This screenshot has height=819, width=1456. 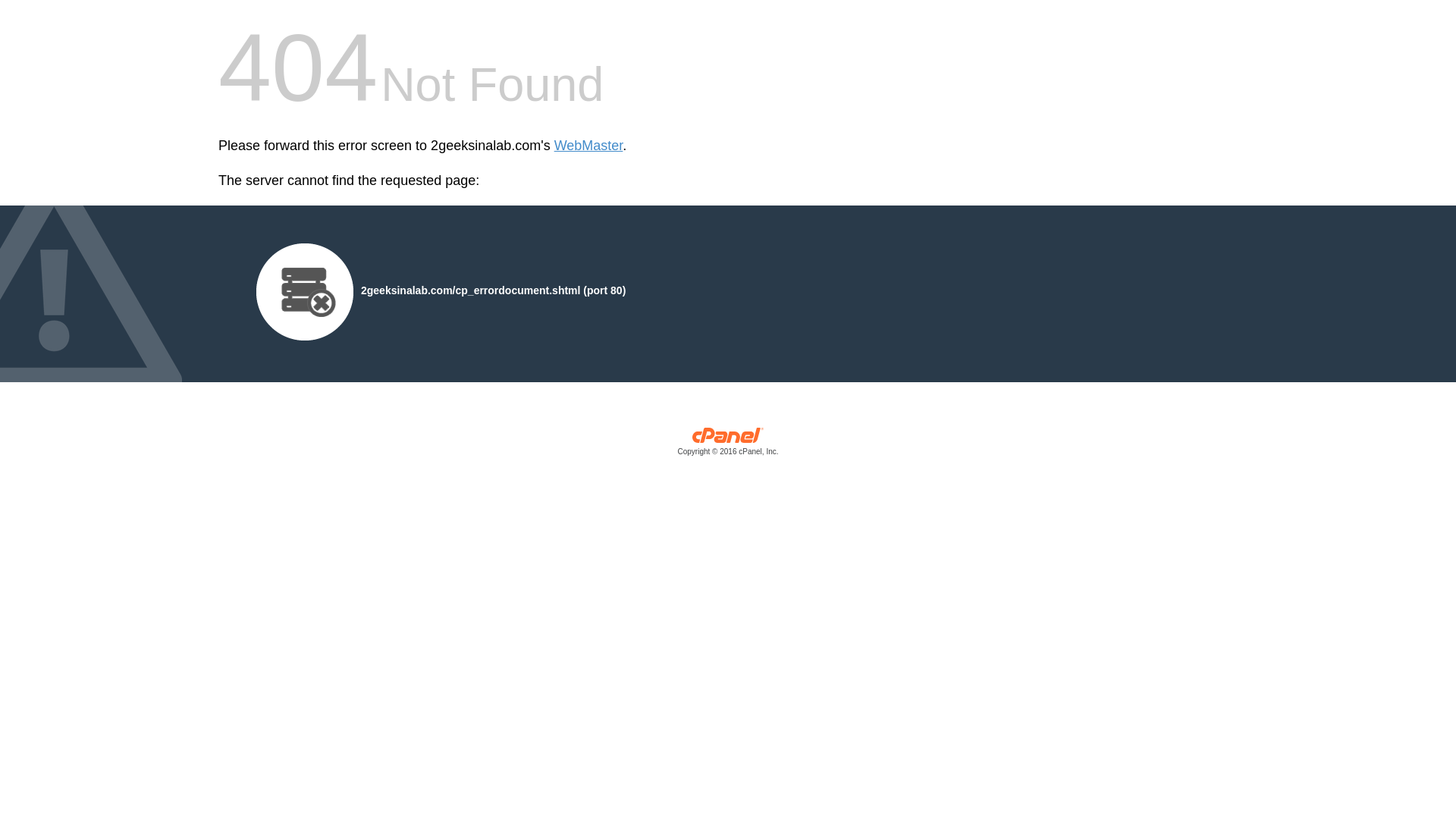 What do you see at coordinates (553, 146) in the screenshot?
I see `'WebMaster'` at bounding box center [553, 146].